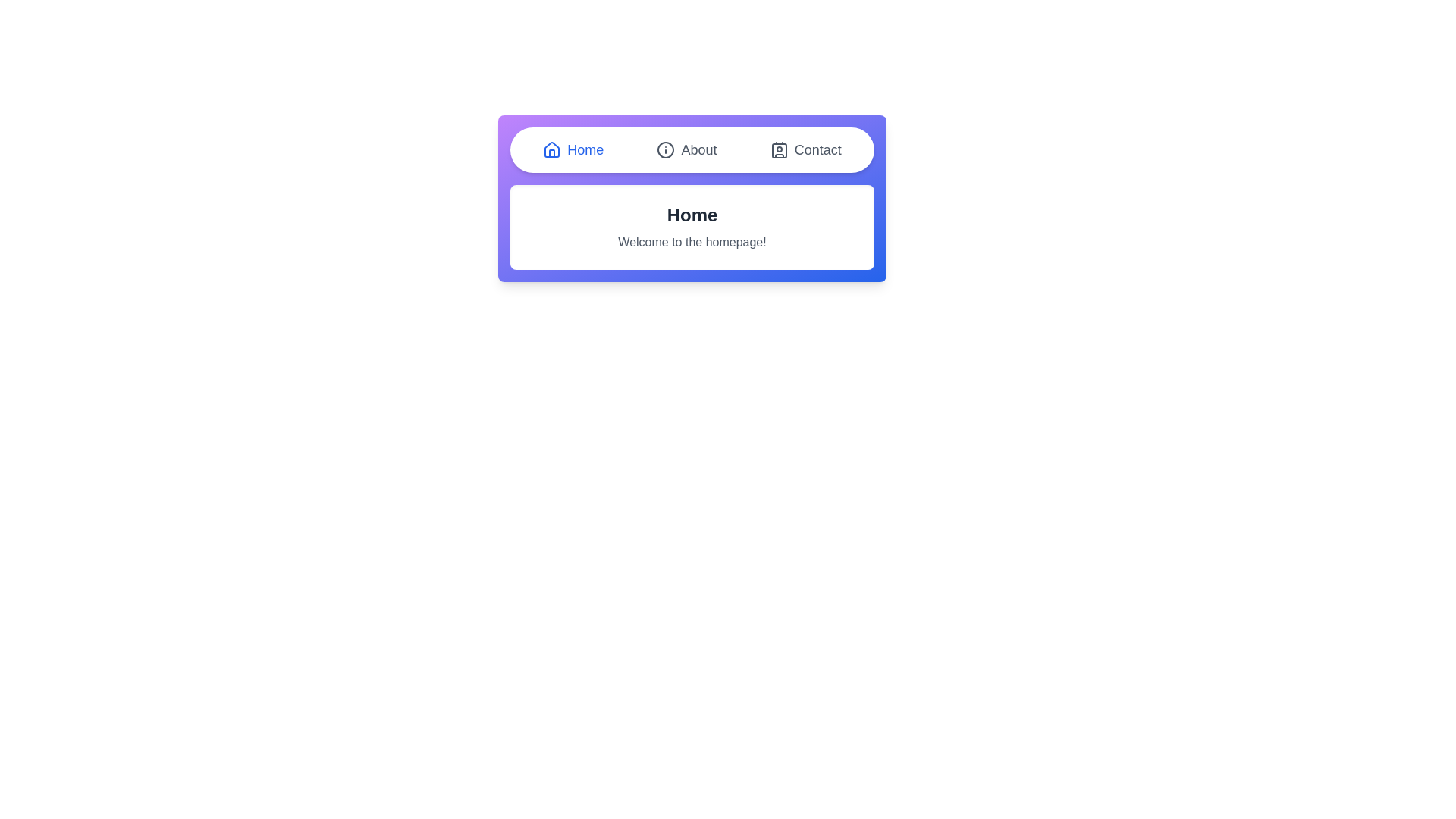 The height and width of the screenshot is (819, 1456). Describe the element at coordinates (686, 149) in the screenshot. I see `the tab labeled About to see the hover effect` at that location.